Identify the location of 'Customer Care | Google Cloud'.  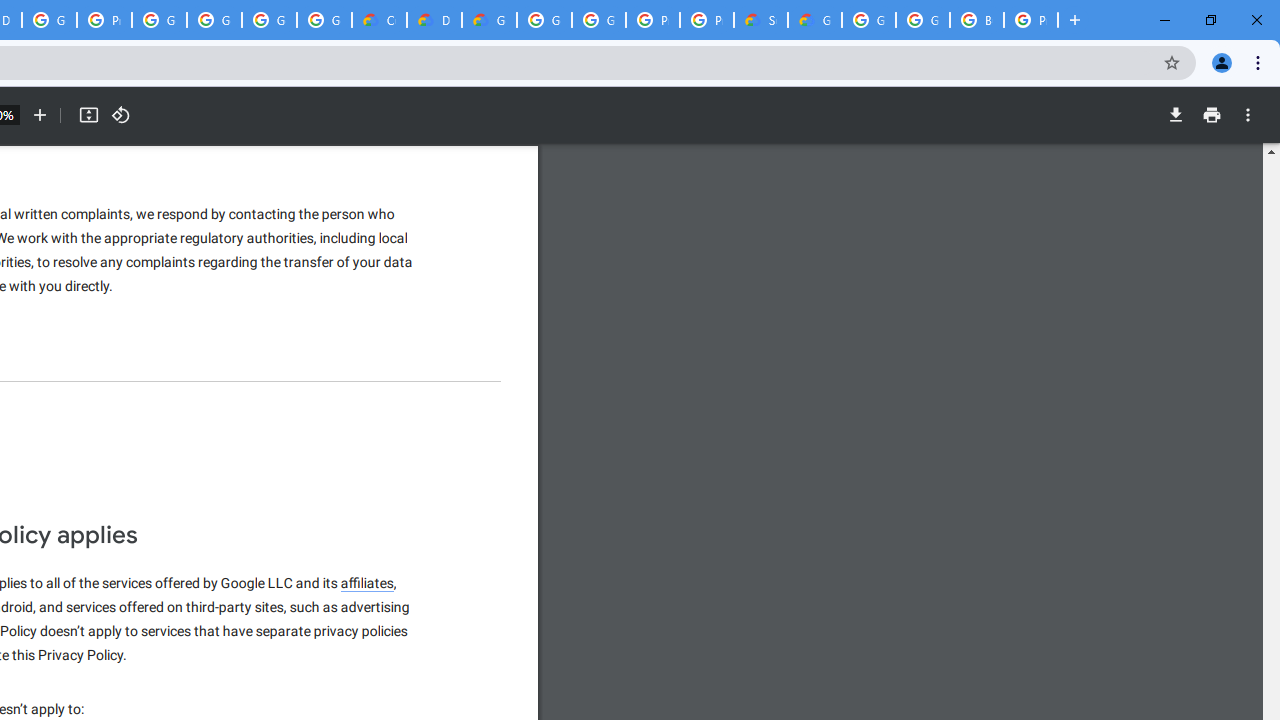
(379, 20).